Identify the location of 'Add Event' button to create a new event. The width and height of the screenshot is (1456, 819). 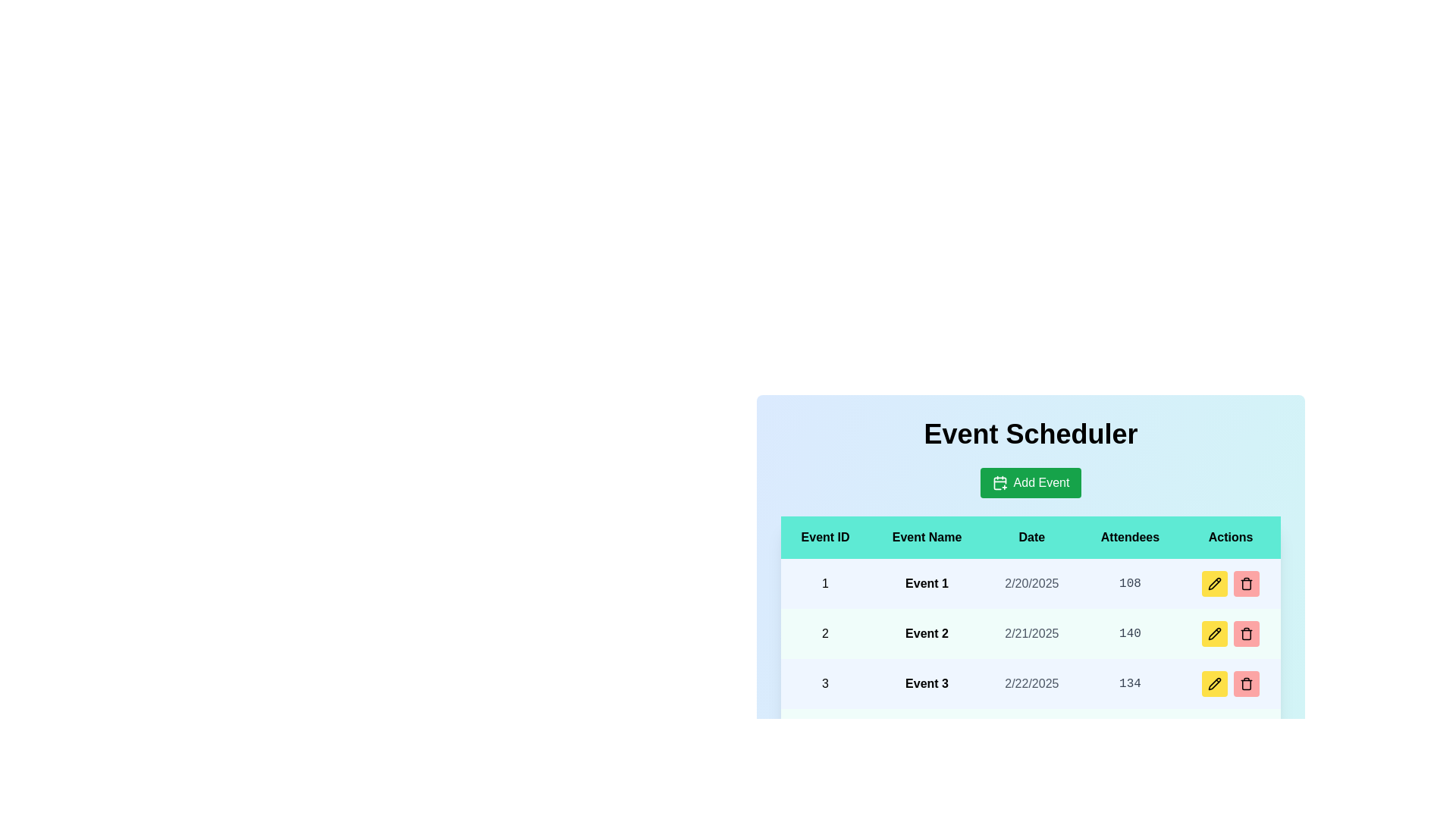
(1031, 482).